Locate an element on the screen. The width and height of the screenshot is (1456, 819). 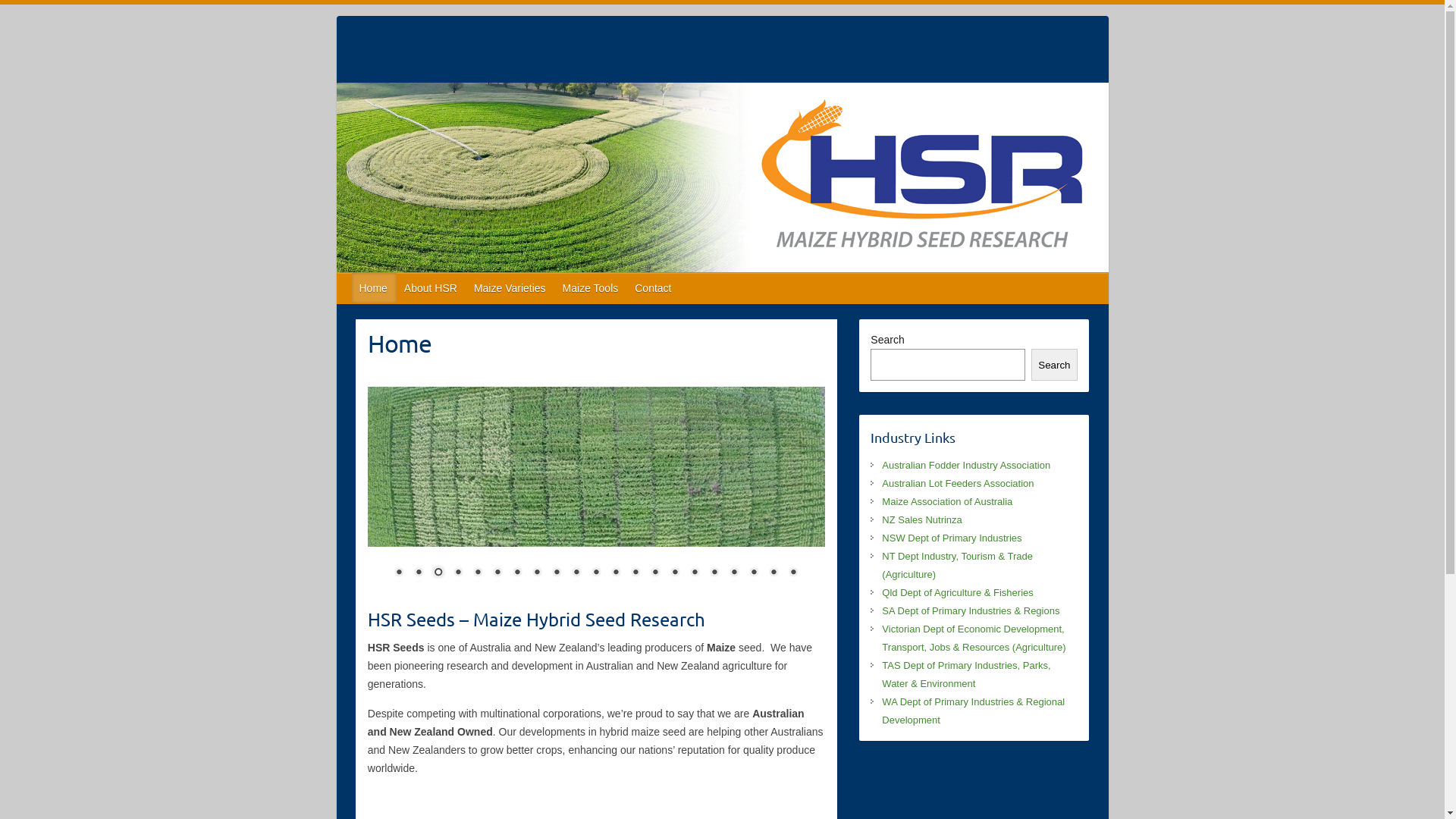
'16' is located at coordinates (694, 573).